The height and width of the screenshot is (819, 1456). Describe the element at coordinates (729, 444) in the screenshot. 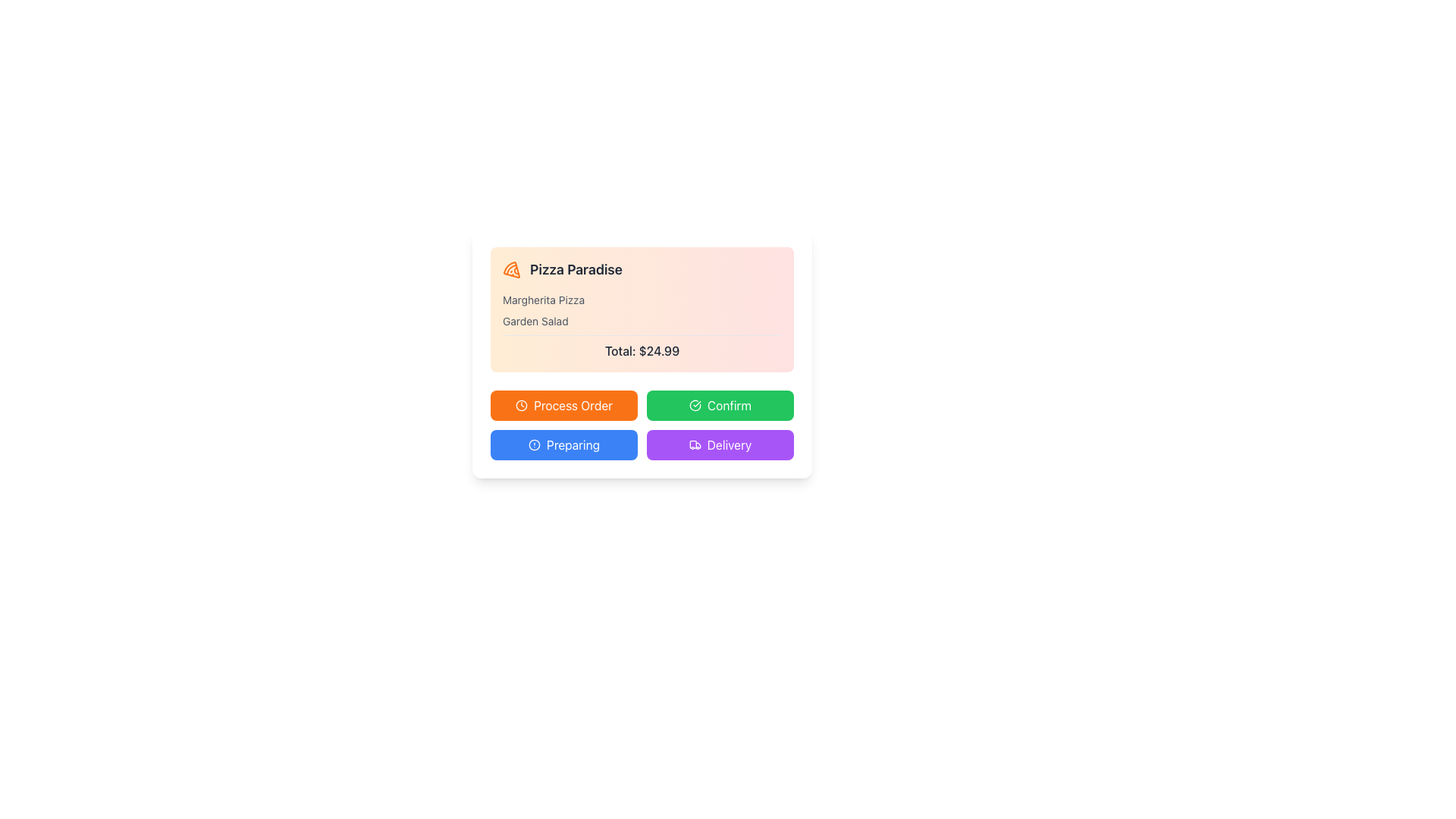

I see `the 'Delivery' button, which is styled with white text on a purple background and is the fourth button from the left in a horizontal arrangement of buttons located in the bottom-right corner of the interface` at that location.